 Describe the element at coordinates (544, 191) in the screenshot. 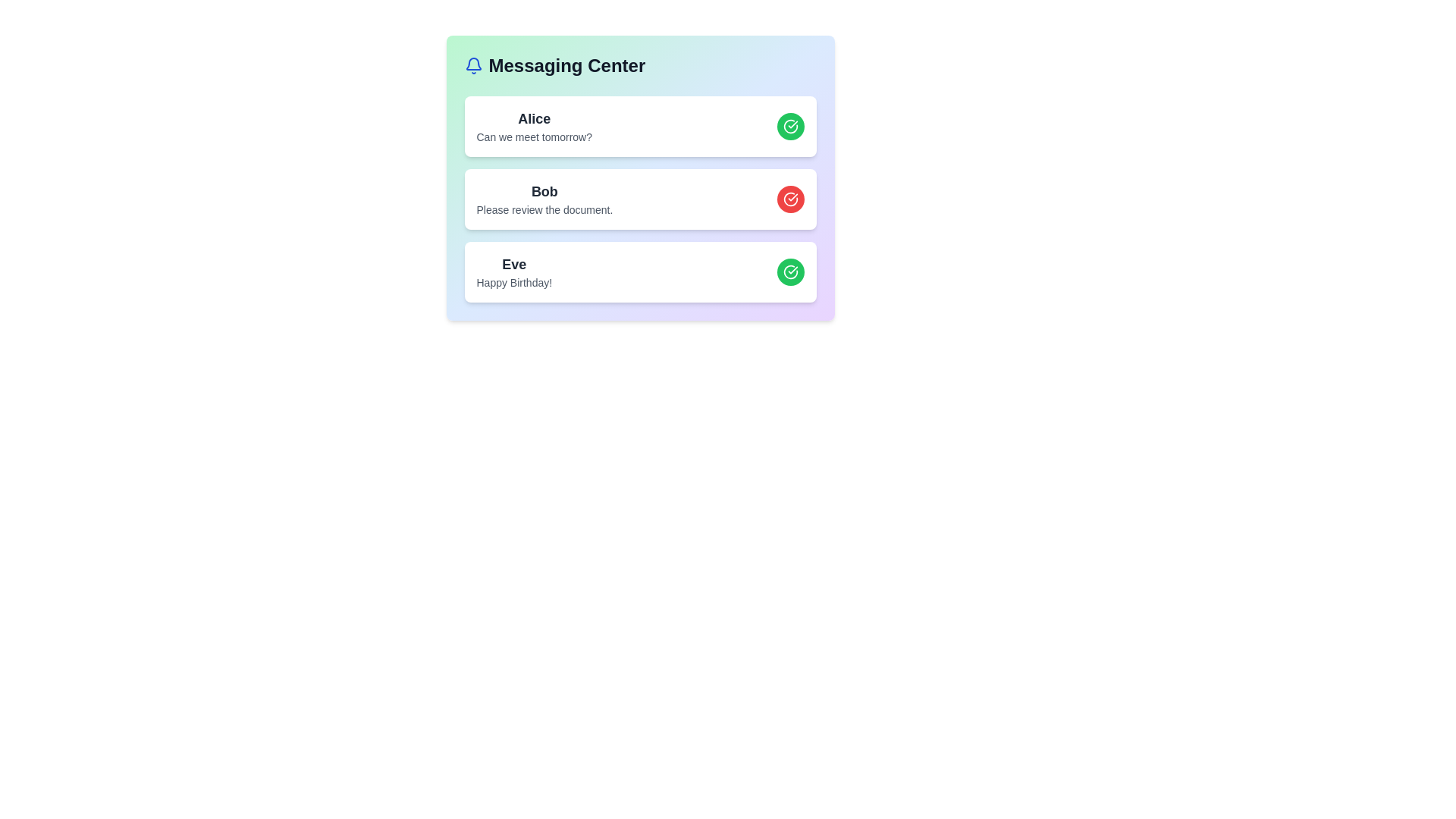

I see `the message from Bob to examine the preview text` at that location.